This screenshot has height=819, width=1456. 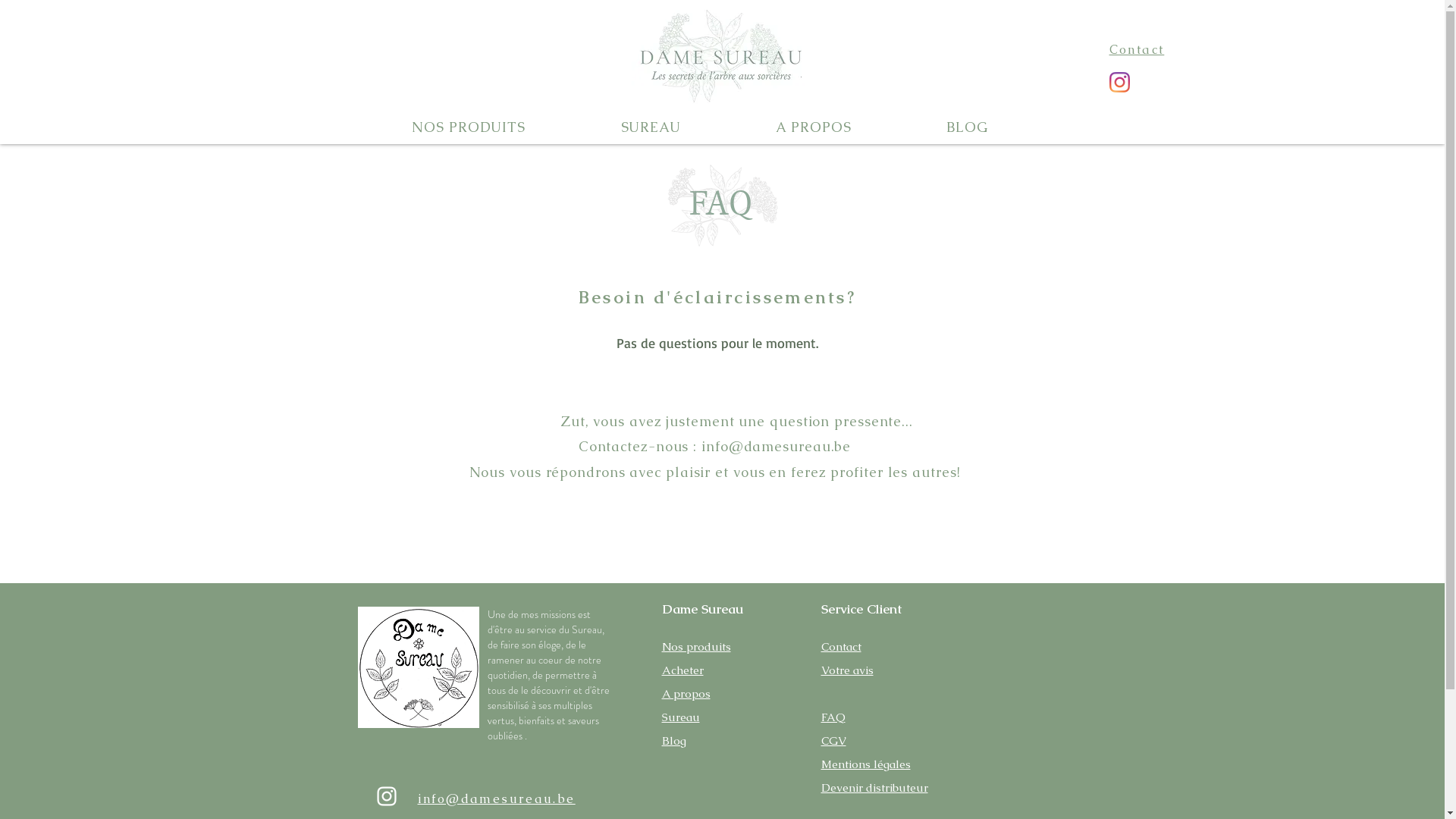 What do you see at coordinates (874, 786) in the screenshot?
I see `'Devenir distributeur'` at bounding box center [874, 786].